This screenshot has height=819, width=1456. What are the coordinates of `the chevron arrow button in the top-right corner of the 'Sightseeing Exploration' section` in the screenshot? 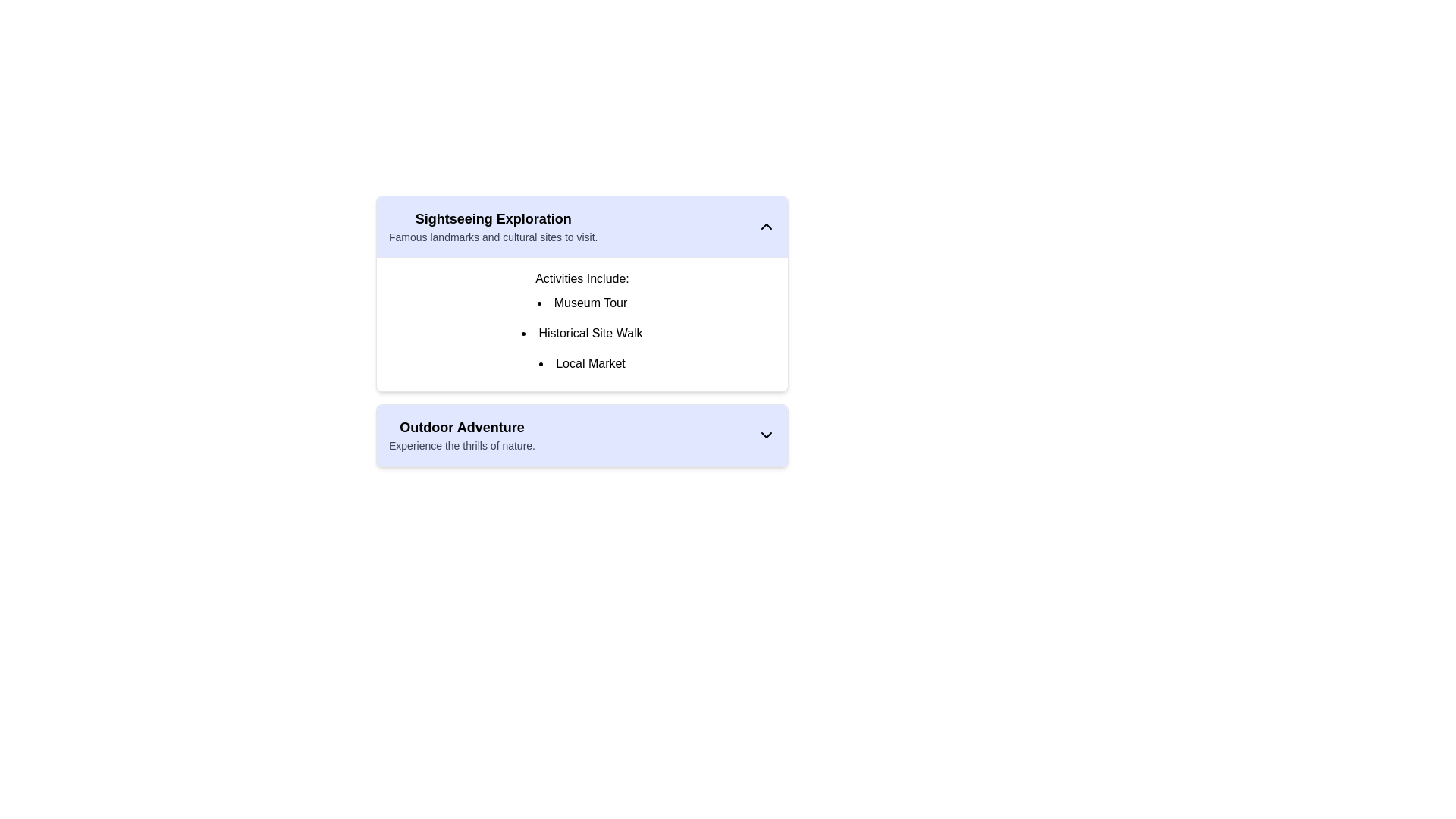 It's located at (767, 227).